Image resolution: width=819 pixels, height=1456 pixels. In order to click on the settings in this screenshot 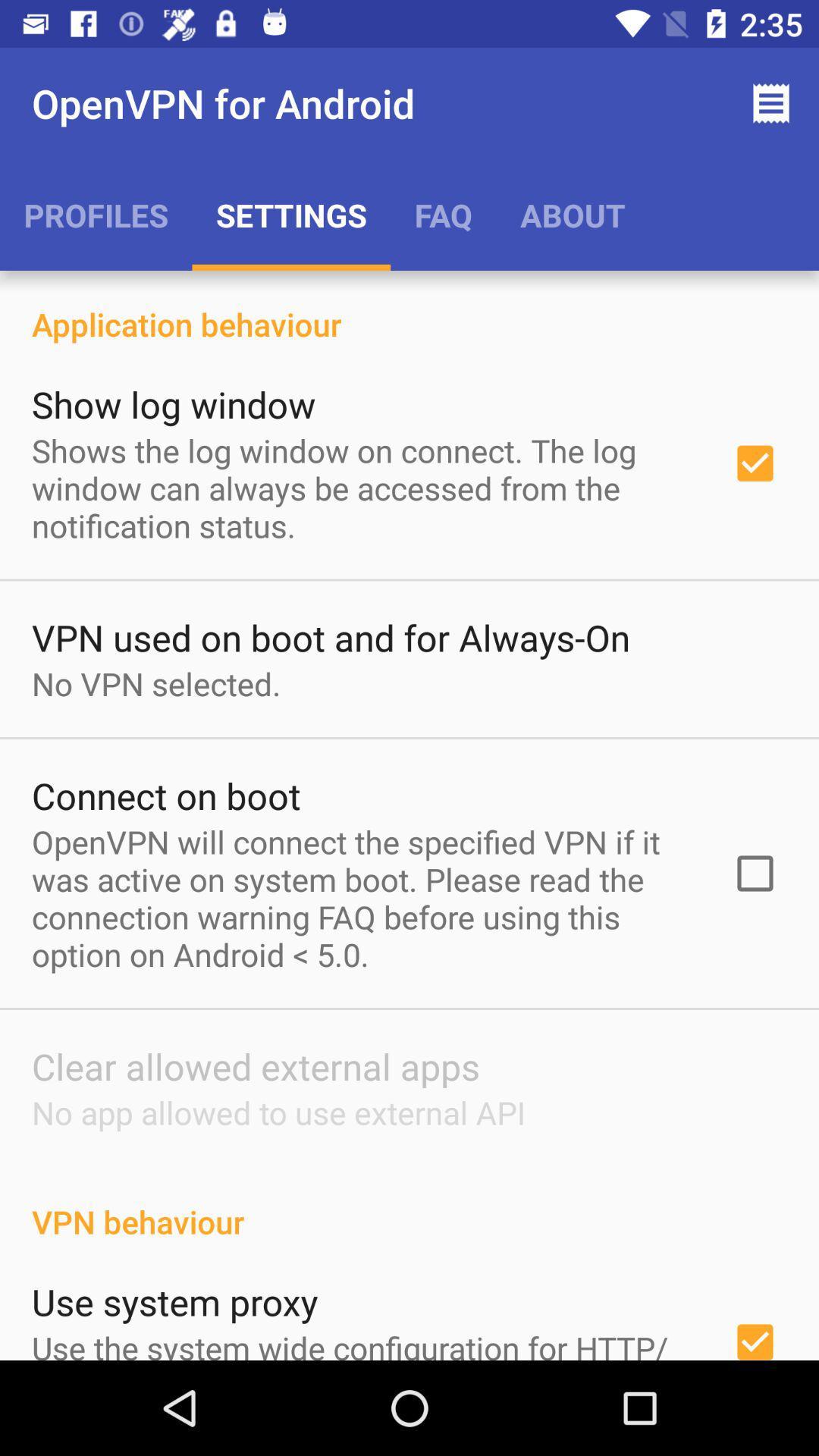, I will do `click(291, 214)`.